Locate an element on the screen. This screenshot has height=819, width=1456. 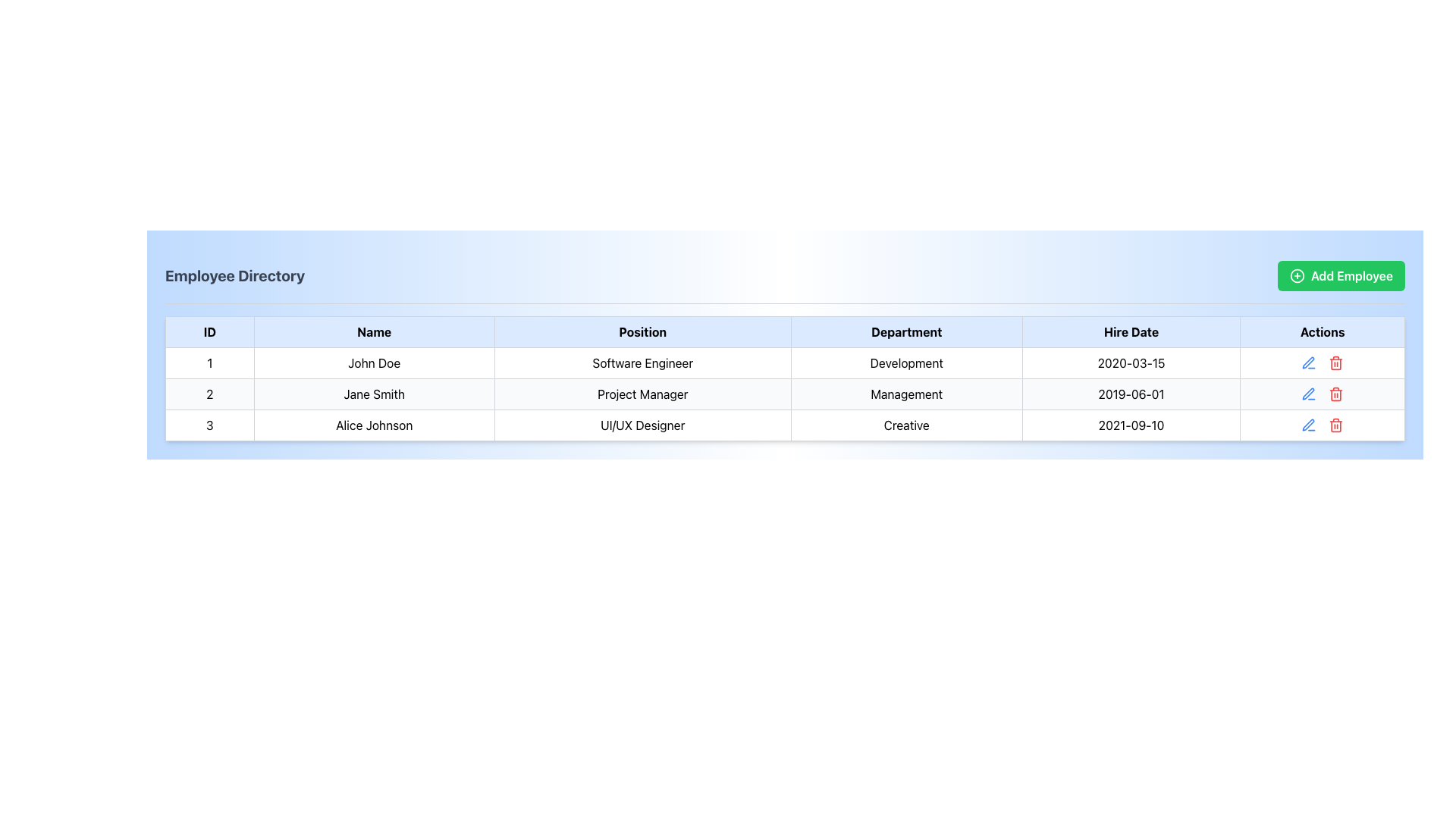
the Text Display element that represents the ID number of the record within the table, located in the first cell of the second row under the 'ID' header is located at coordinates (209, 394).